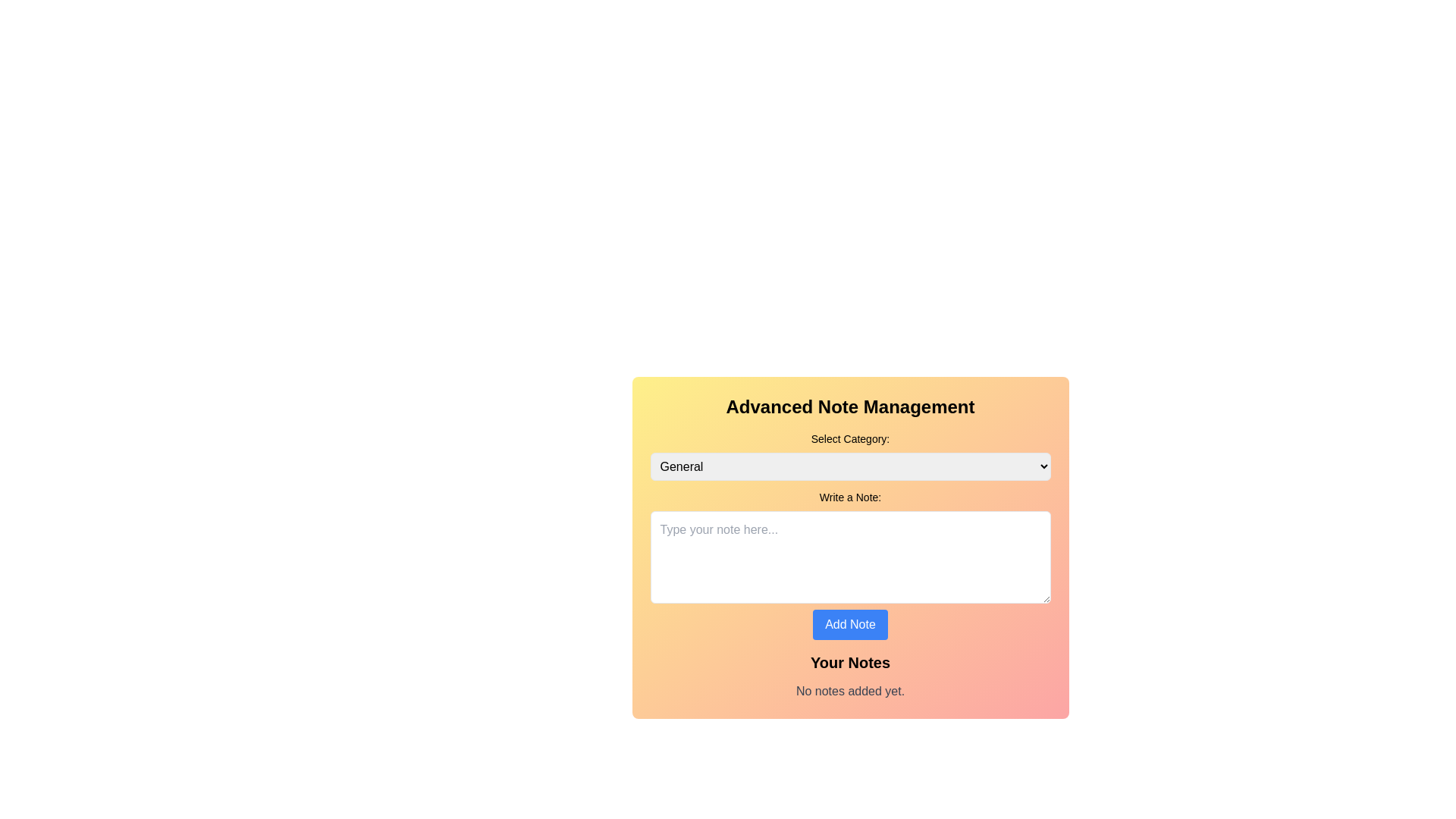 This screenshot has width=1456, height=819. Describe the element at coordinates (850, 691) in the screenshot. I see `the static text displaying 'No notes added yet.' which is located at the bottom of the section below the heading 'Your Notes.'` at that location.